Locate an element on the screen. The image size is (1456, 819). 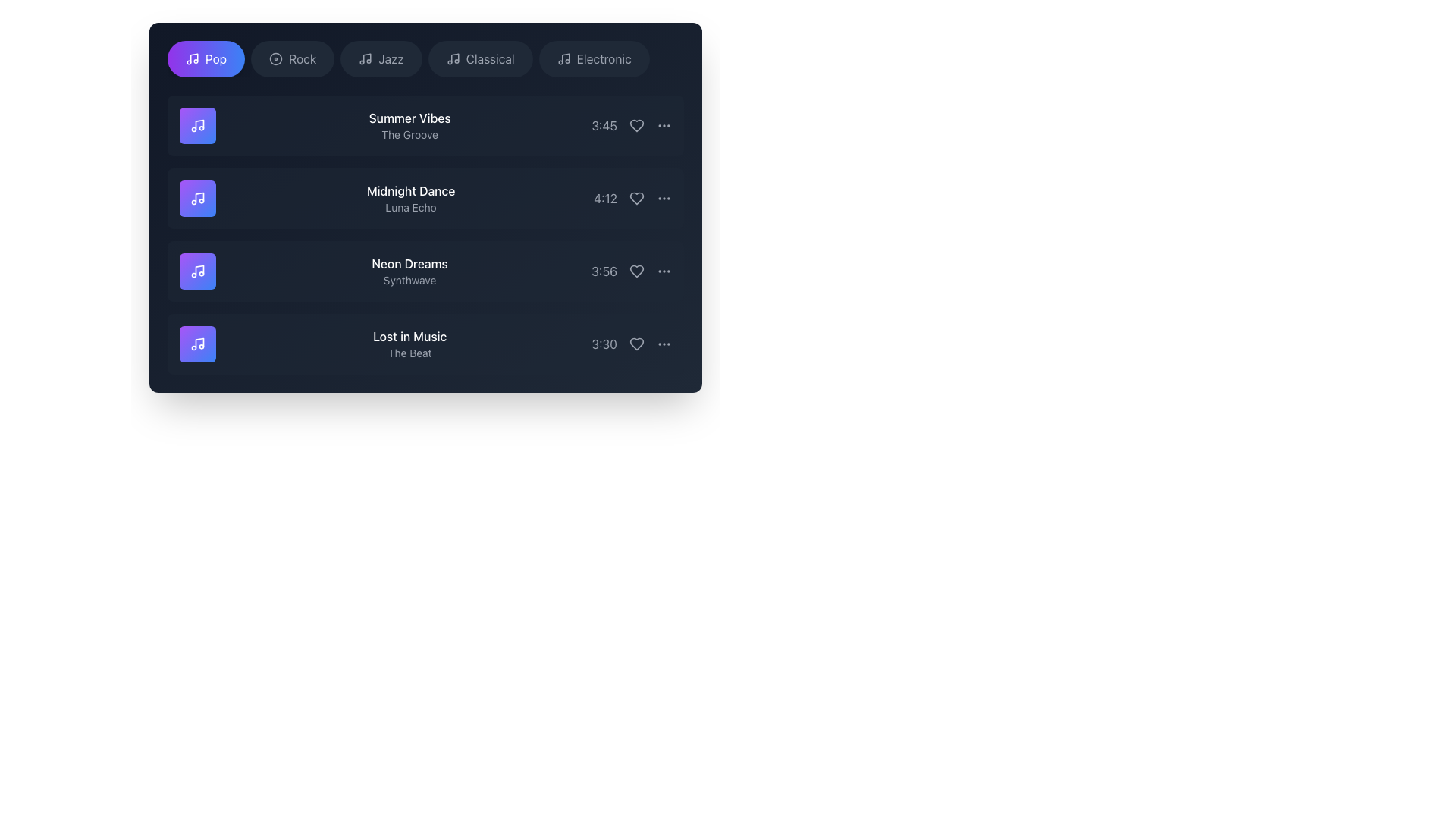
the musical note icon with a white stroke, which is part of the third row in a list, located to the left of the text 'Neon Dreams' and 'Synthwave' is located at coordinates (196, 271).